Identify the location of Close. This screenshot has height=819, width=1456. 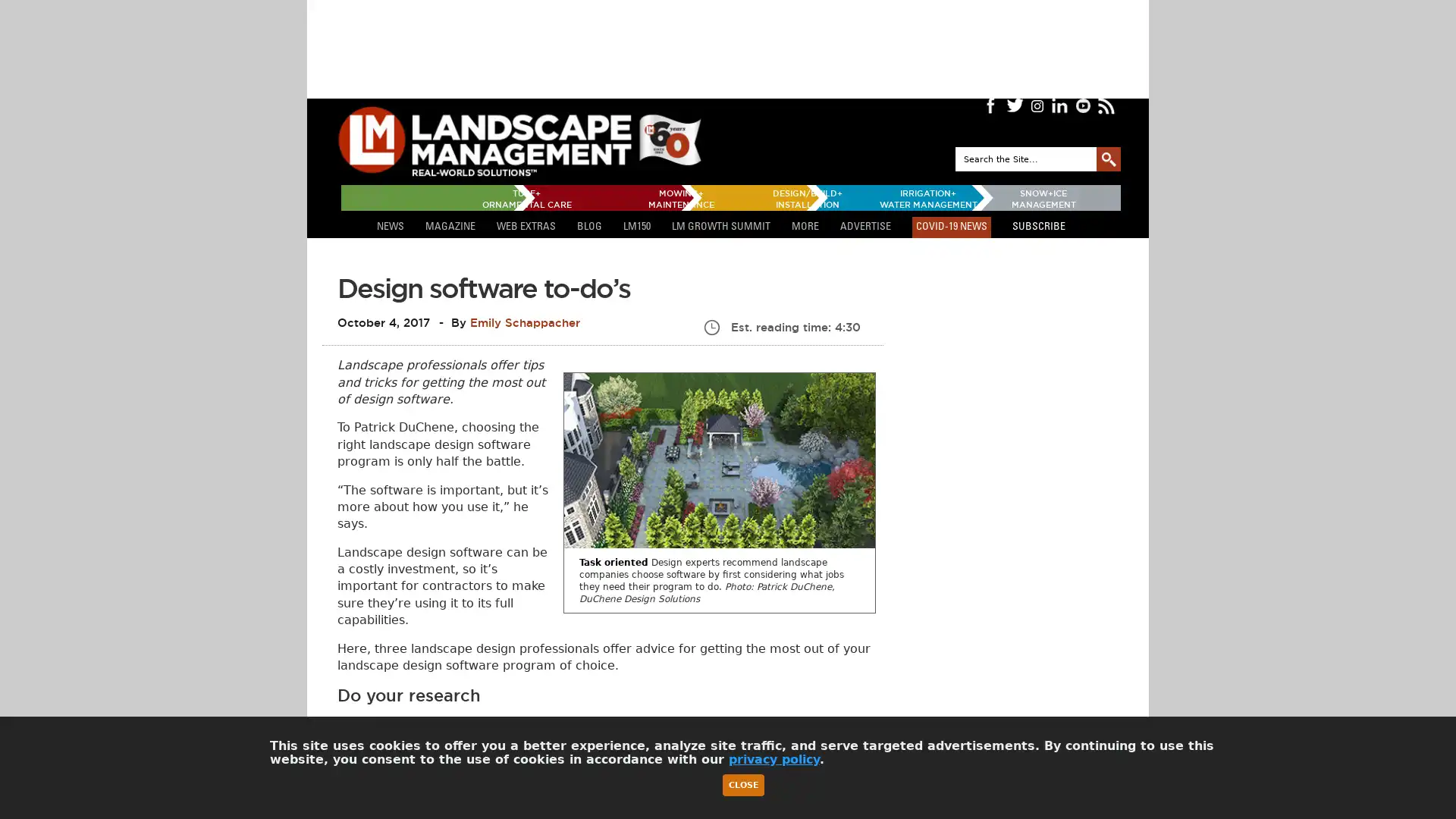
(742, 785).